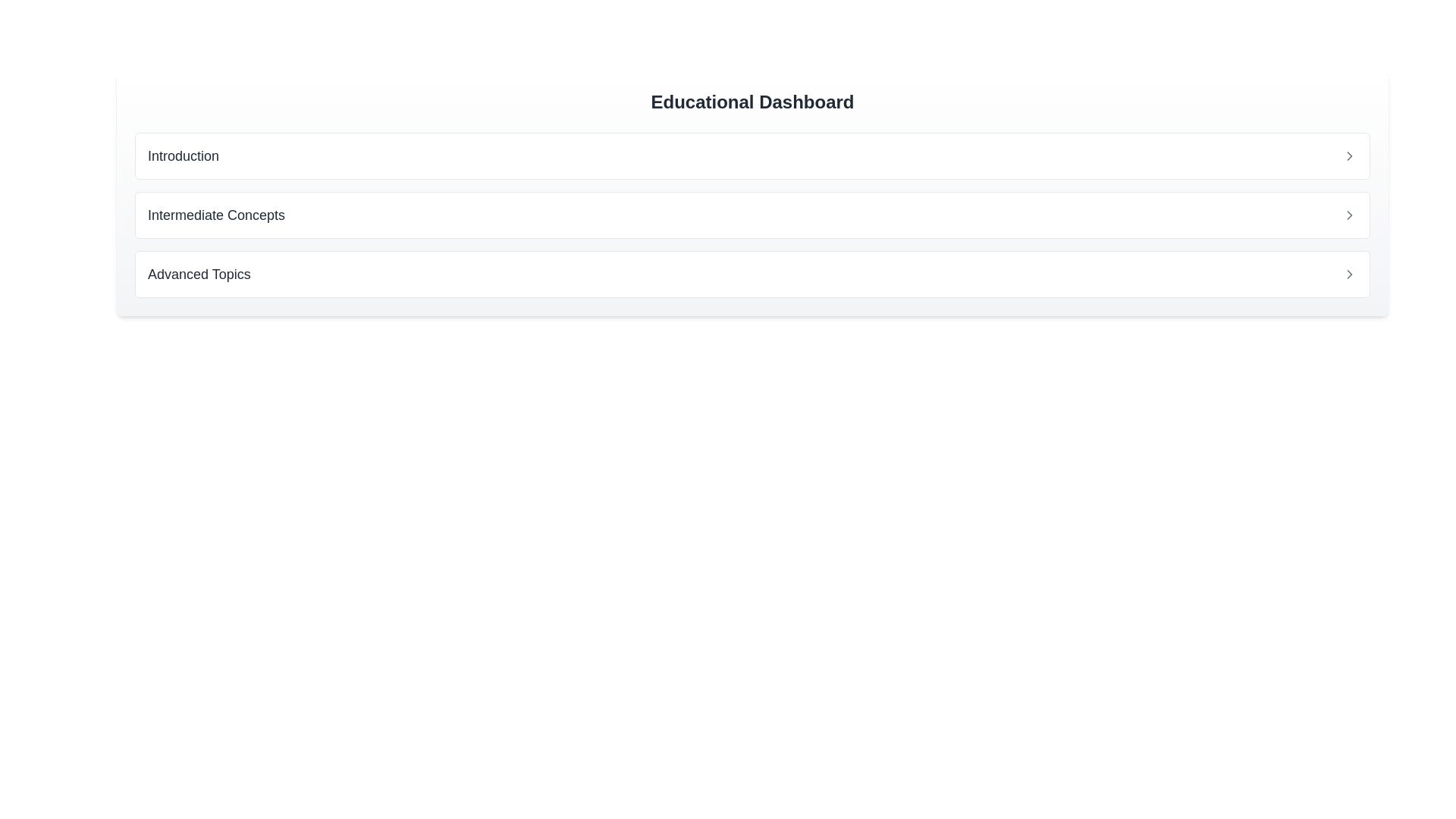 This screenshot has height=819, width=1456. Describe the element at coordinates (1350, 155) in the screenshot. I see `the Chevron icon located to the right of the 'Introduction' item in the navigation list` at that location.